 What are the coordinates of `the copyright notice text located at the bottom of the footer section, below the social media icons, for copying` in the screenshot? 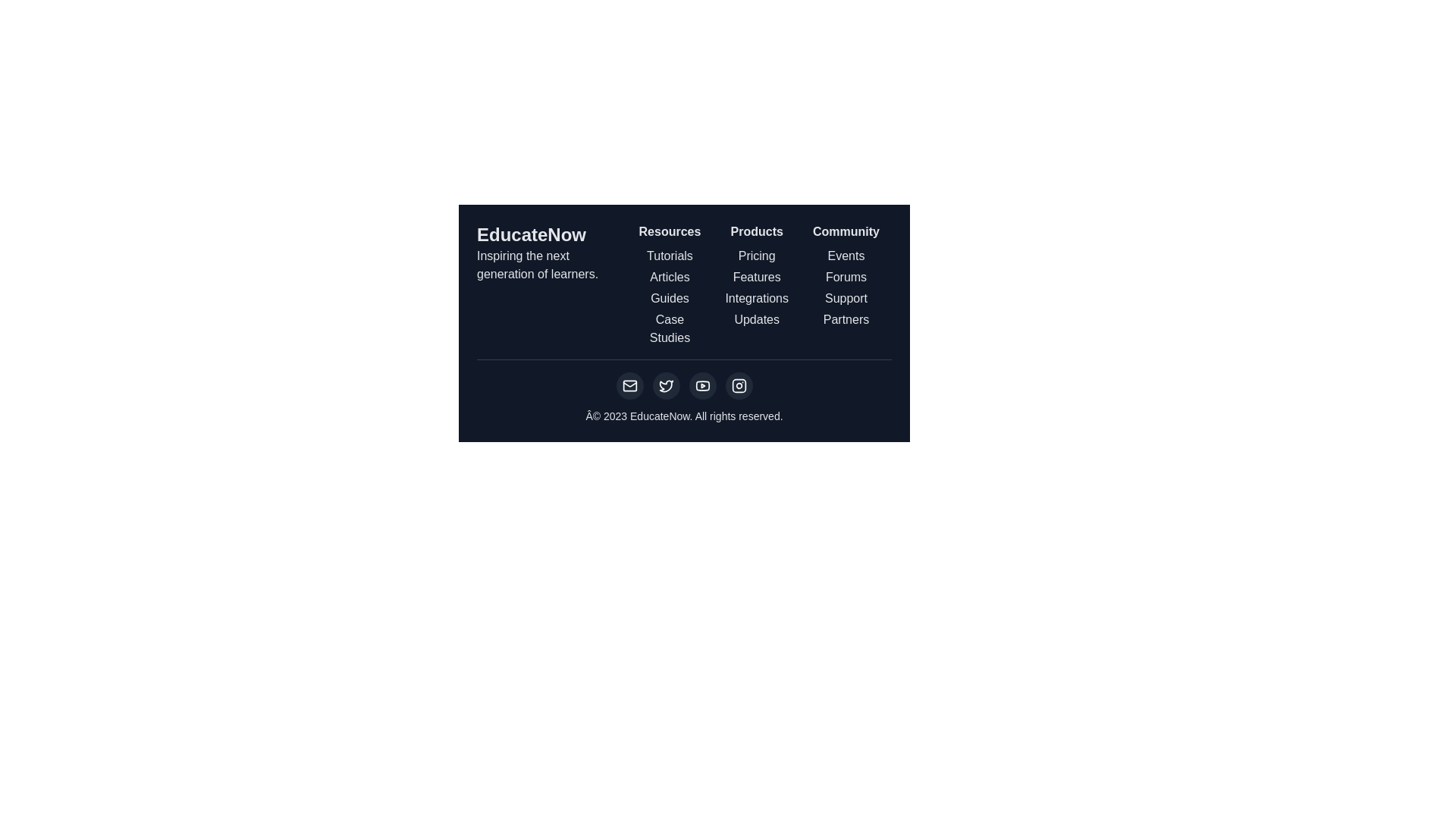 It's located at (683, 416).